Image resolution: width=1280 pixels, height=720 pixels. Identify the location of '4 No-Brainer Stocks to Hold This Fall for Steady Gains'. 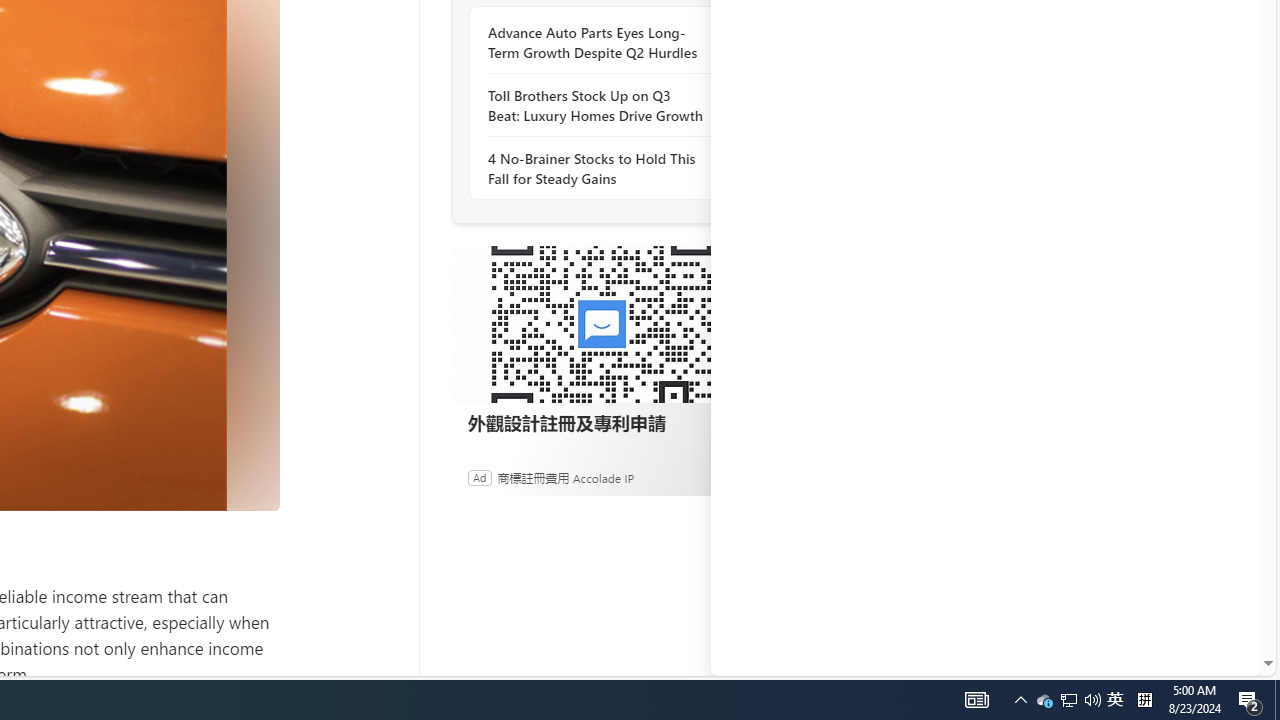
(595, 167).